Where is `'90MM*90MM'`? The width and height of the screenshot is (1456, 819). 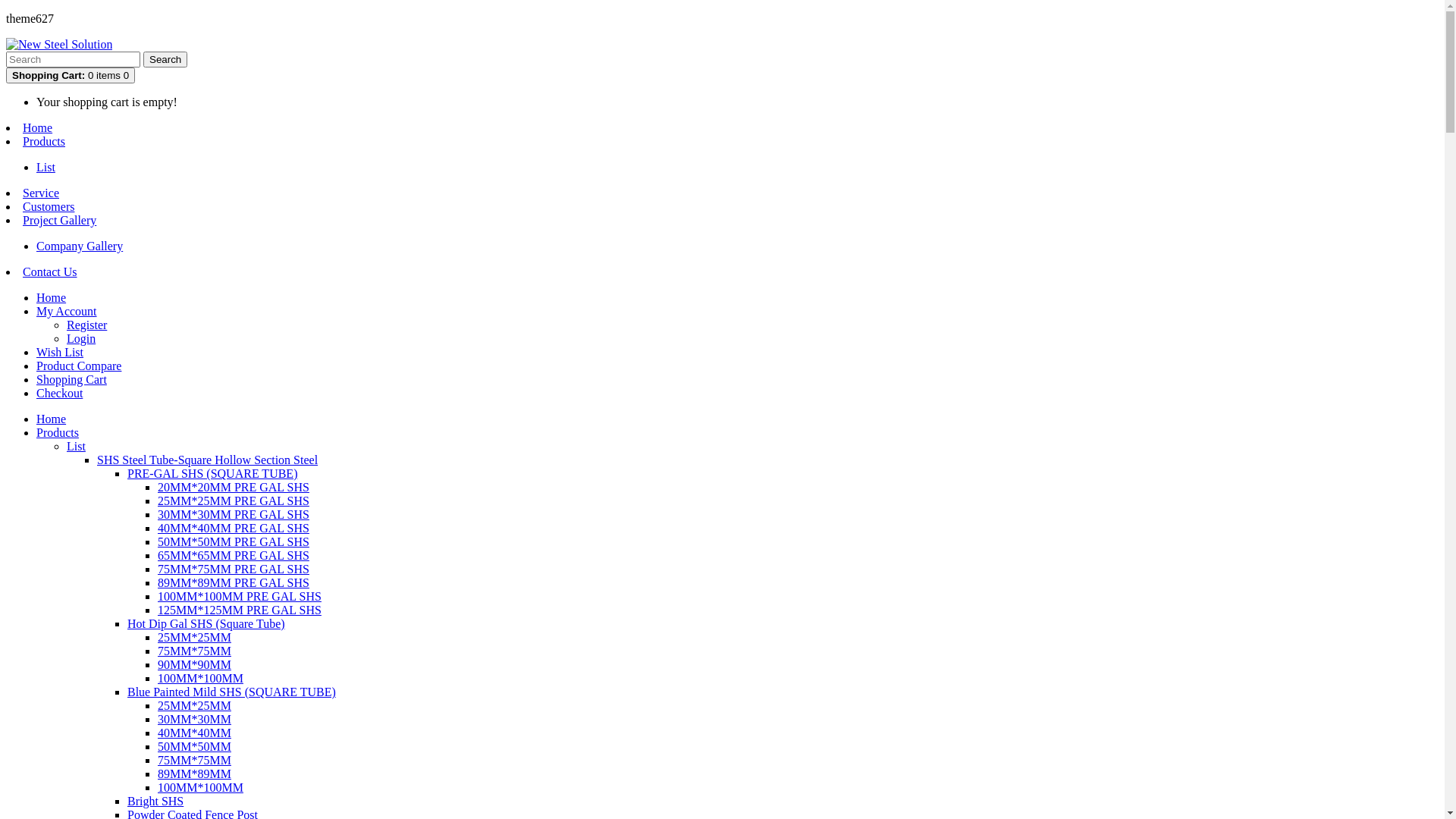 '90MM*90MM' is located at coordinates (157, 664).